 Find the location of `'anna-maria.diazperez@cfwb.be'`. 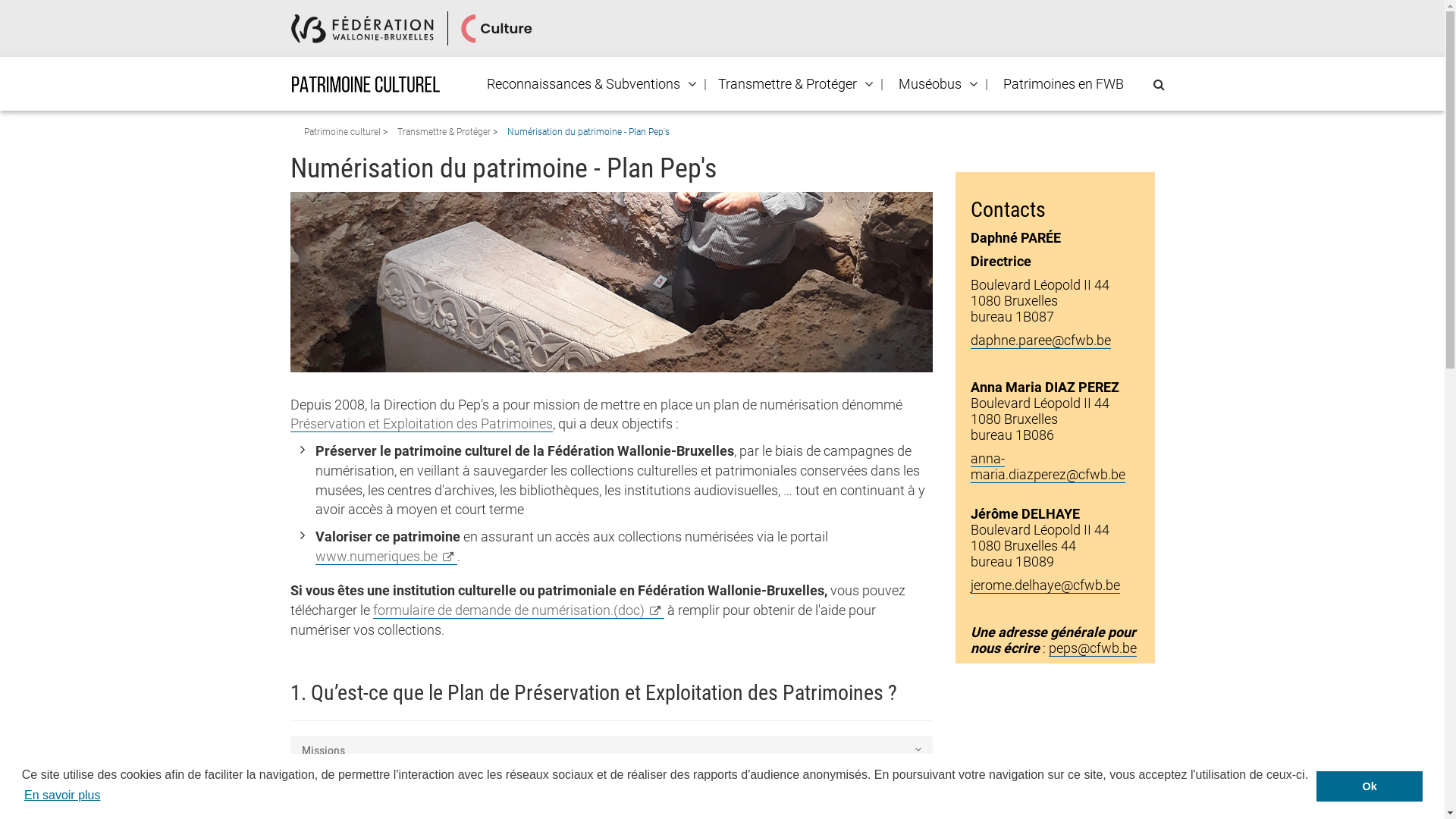

'anna-maria.diazperez@cfwb.be' is located at coordinates (971, 466).